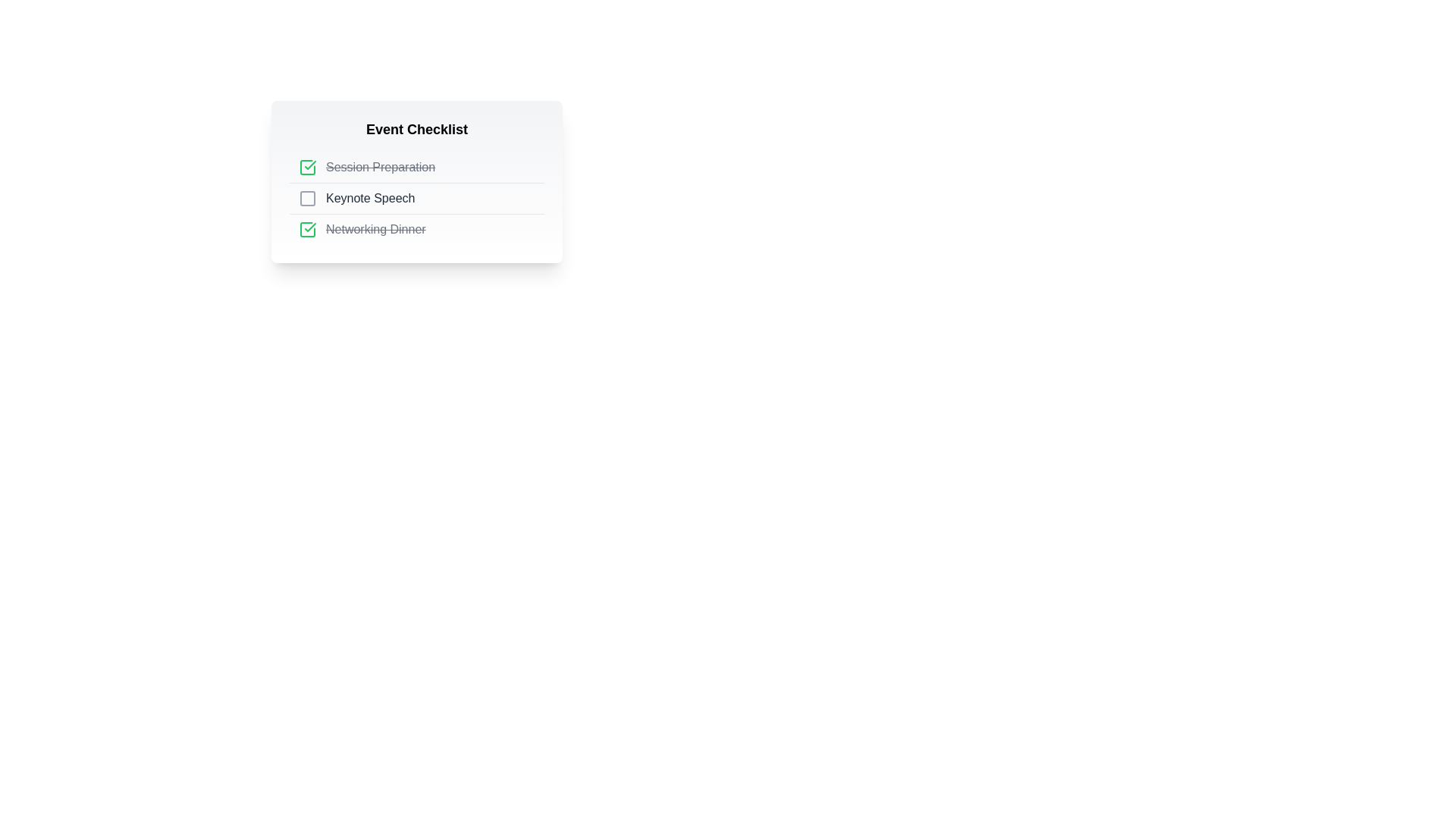 The height and width of the screenshot is (819, 1456). I want to click on the 'Networking Dinner' text label with a strikethrough style and a green check icon, which indicates that it has been marked as completed, located in the third position of the checklist interface, so click(417, 229).